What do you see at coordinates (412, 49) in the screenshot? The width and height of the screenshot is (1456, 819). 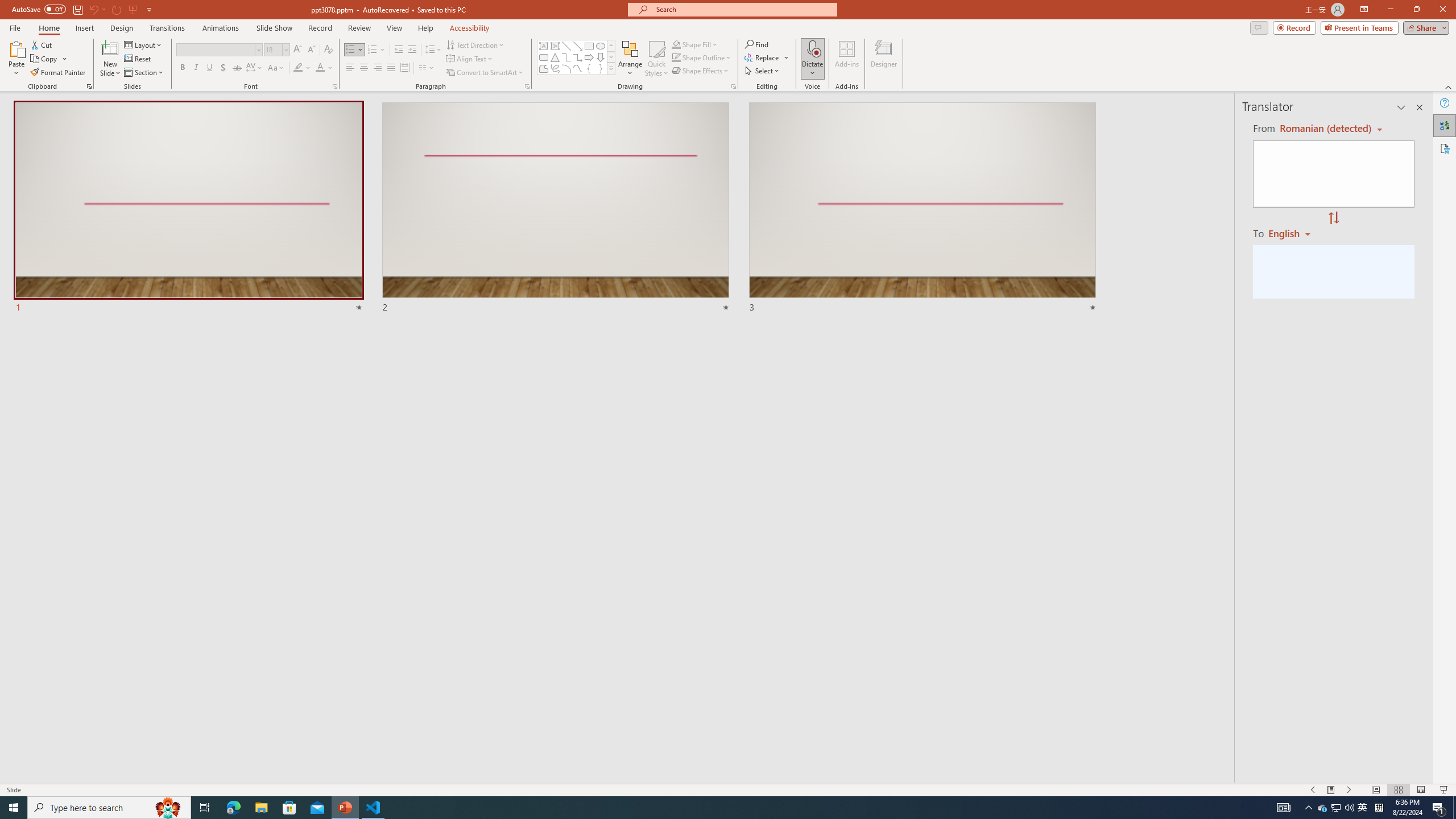 I see `'Increase Indent'` at bounding box center [412, 49].